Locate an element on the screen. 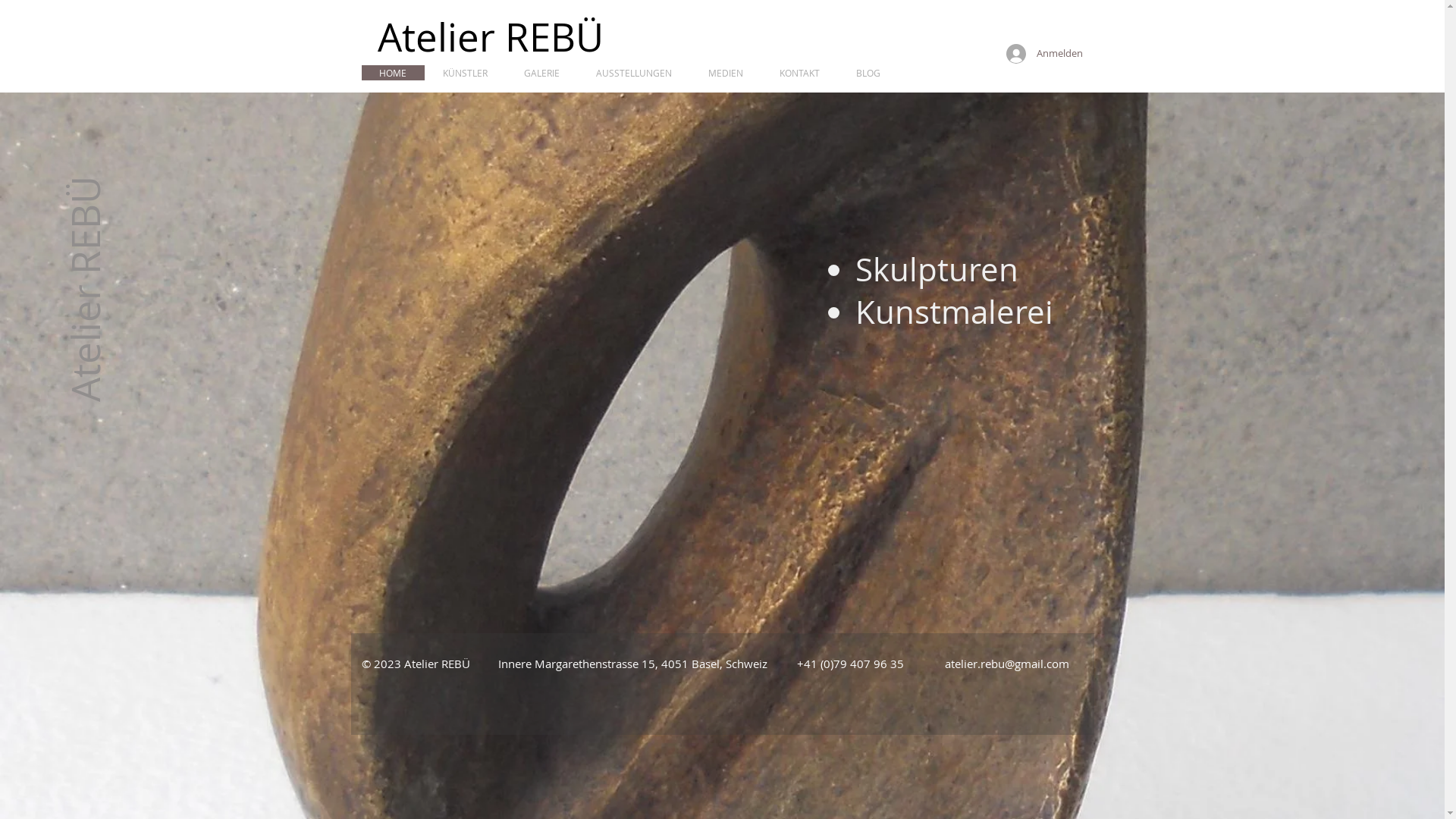 The image size is (1456, 819). 'HOME' is located at coordinates (359, 73).